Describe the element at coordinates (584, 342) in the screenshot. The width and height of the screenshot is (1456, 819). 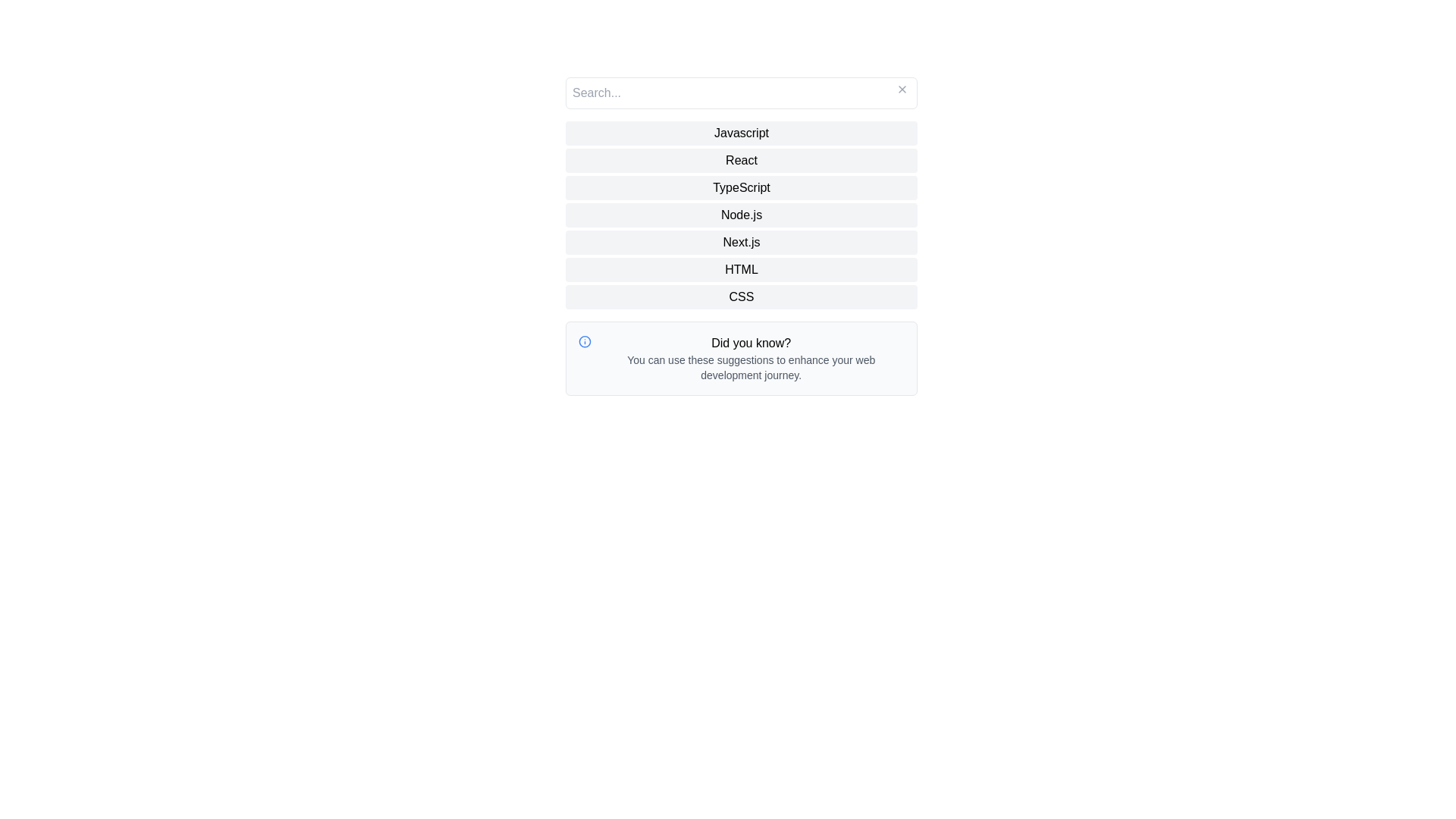
I see `the informational icon located at the top-left corner of the rectangular card` at that location.